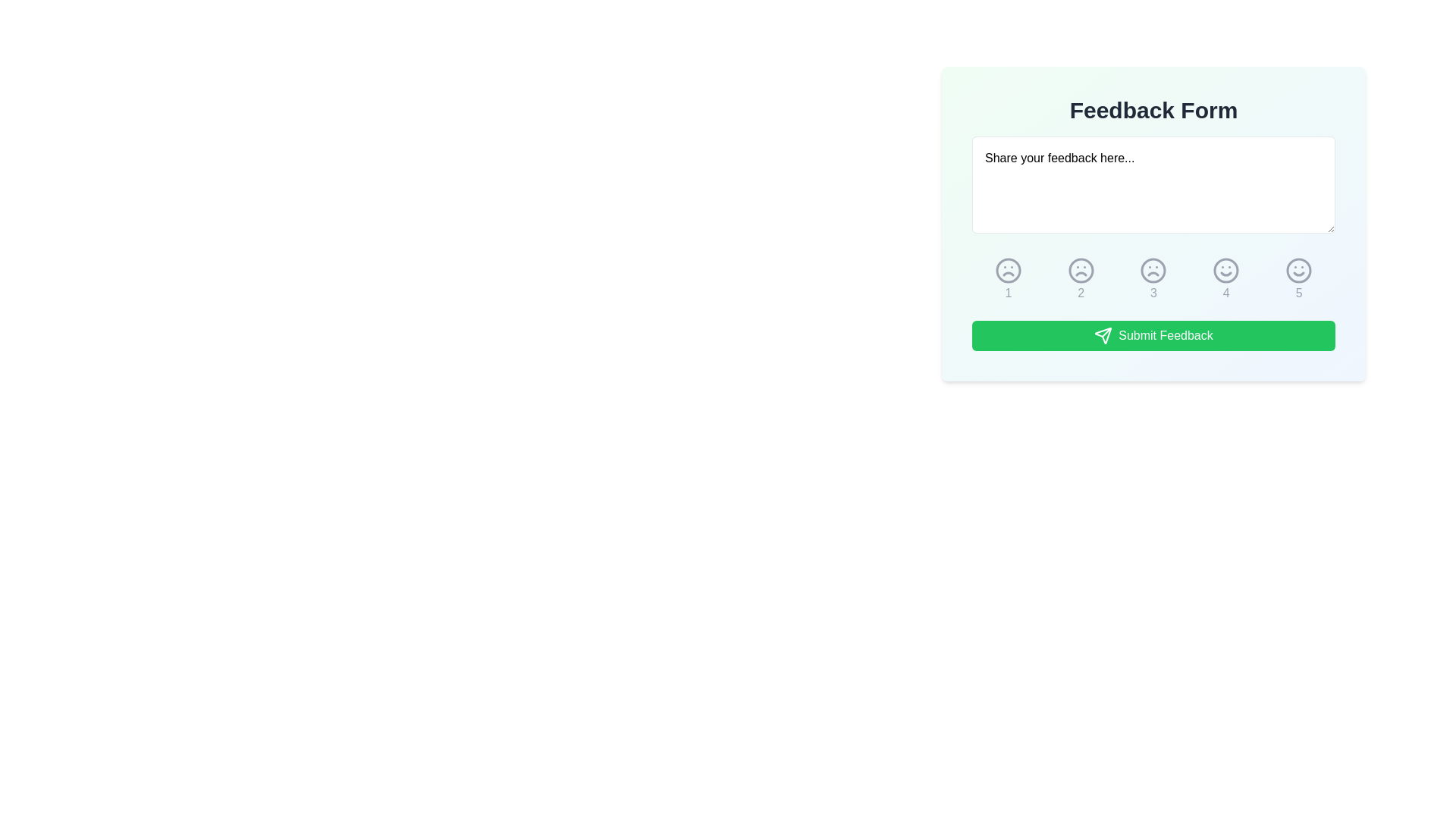 The image size is (1456, 819). Describe the element at coordinates (1226, 280) in the screenshot. I see `the circular smiley face icon with the label '4'` at that location.